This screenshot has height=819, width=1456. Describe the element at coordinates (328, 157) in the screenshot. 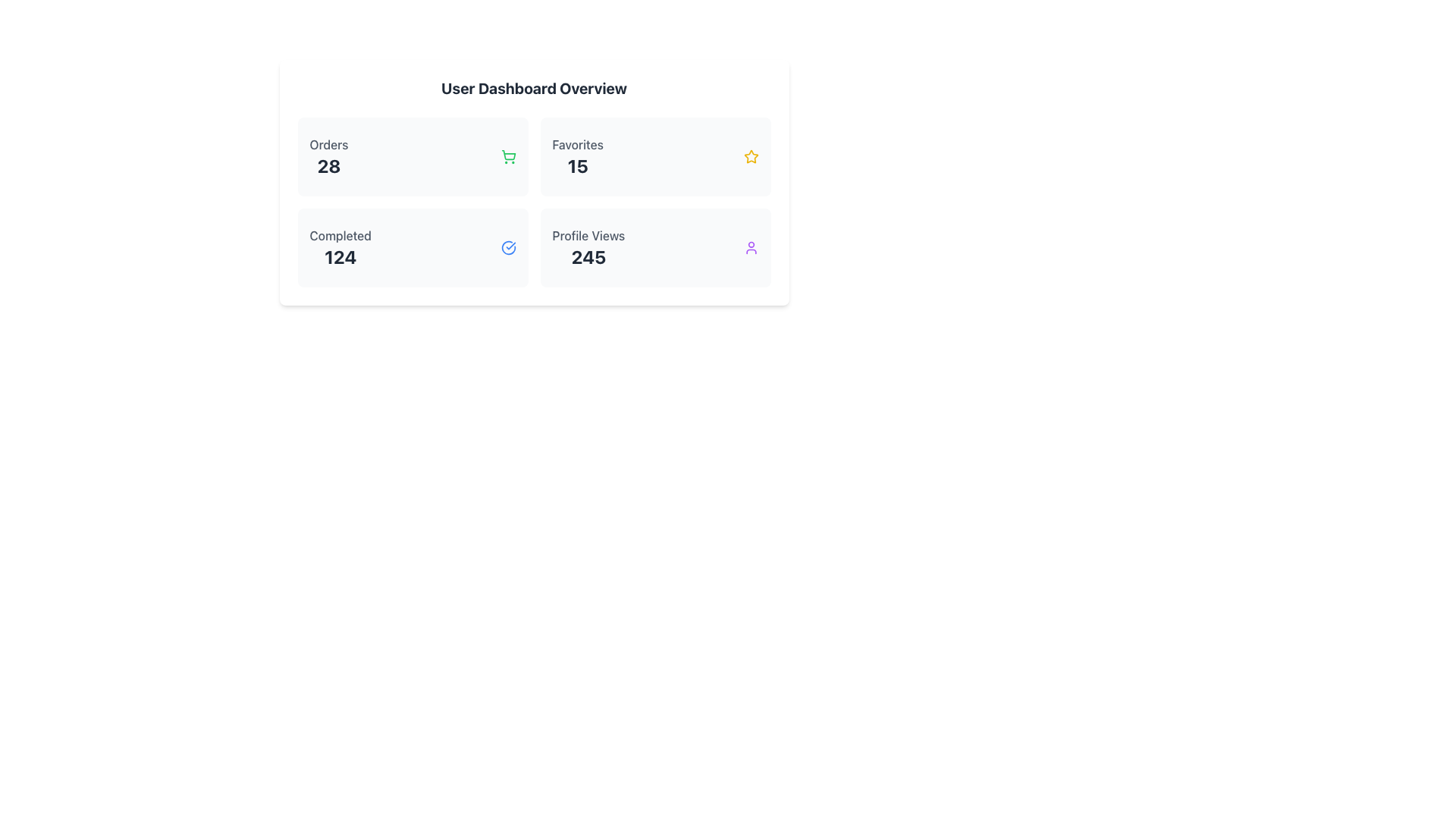

I see `the Statistical summary display component that shows the number of 'Orders' as '28', located in the top-left section of the card on the dashboard` at that location.